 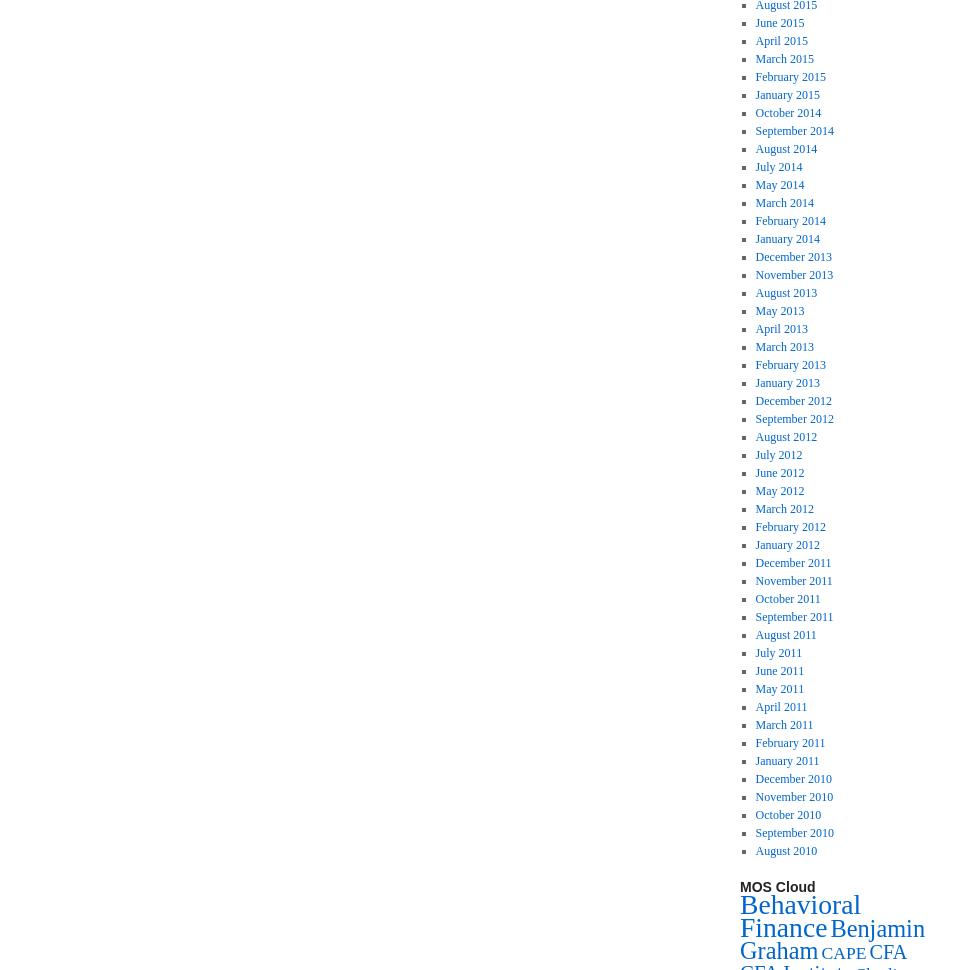 I want to click on 'July 2014', so click(x=778, y=166).